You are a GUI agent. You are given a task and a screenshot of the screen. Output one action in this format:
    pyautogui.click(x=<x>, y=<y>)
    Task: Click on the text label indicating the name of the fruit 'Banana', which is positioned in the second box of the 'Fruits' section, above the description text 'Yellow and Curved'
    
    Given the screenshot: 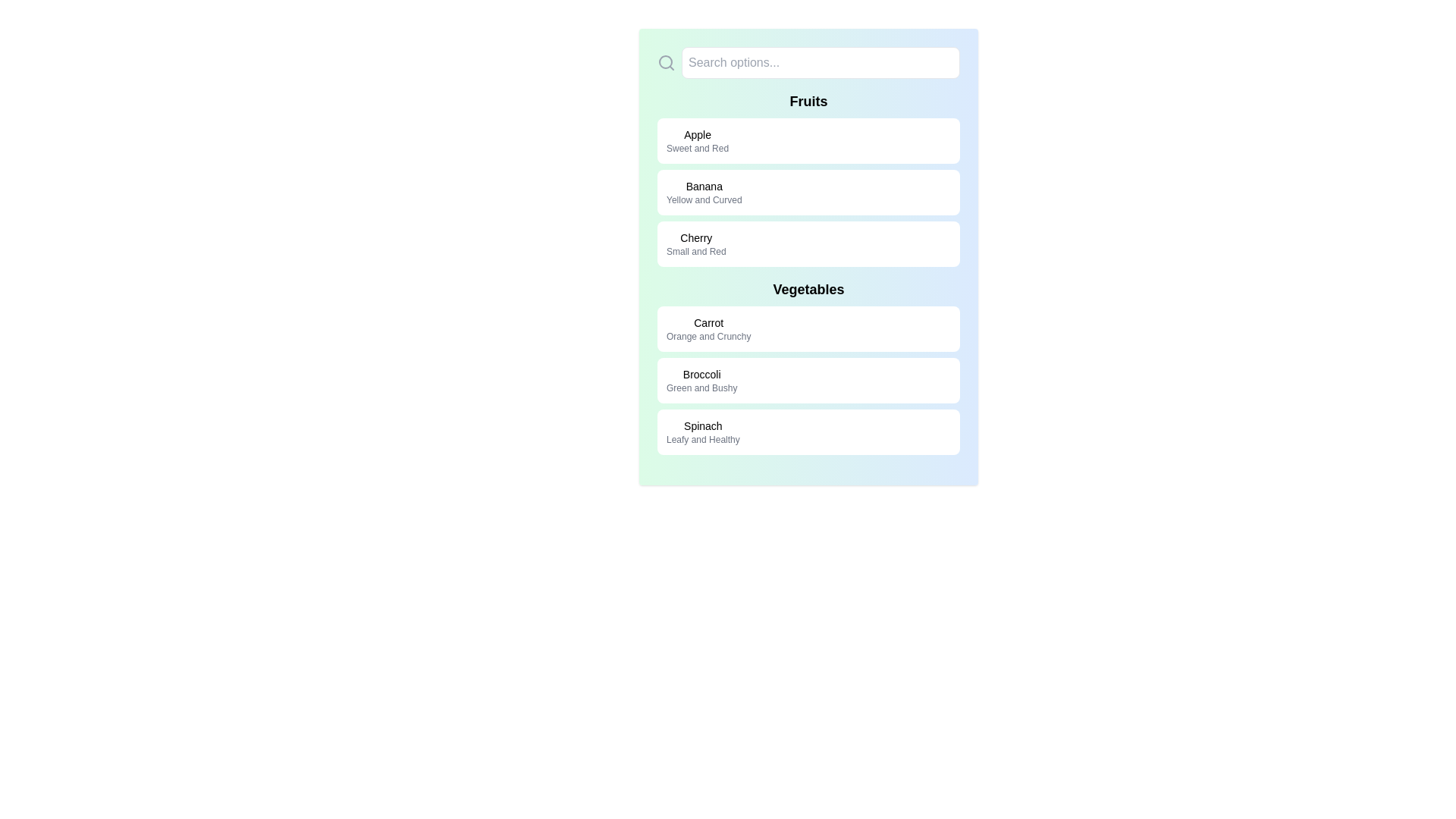 What is the action you would take?
    pyautogui.click(x=703, y=186)
    